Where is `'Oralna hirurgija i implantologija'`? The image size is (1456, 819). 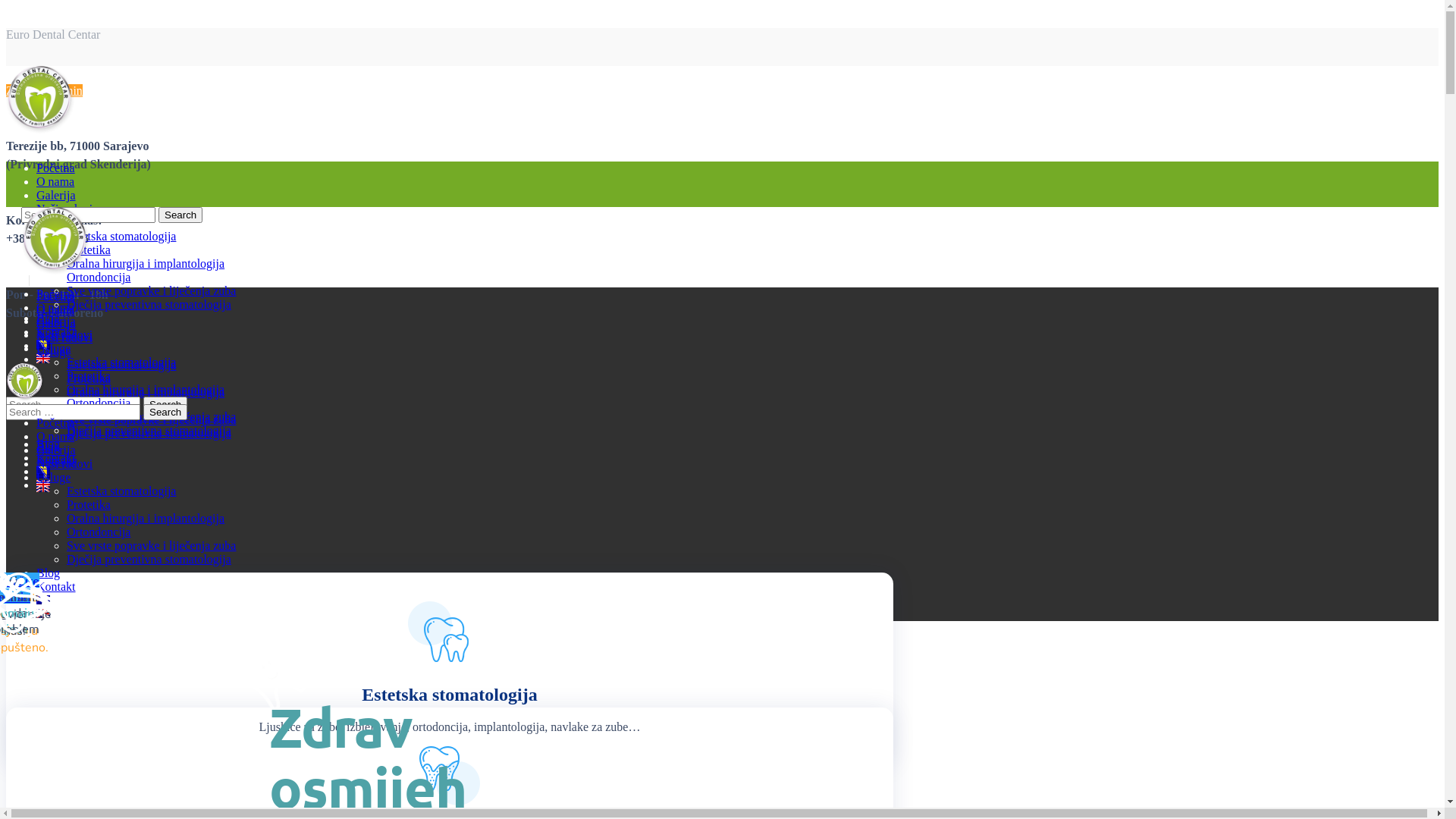
'Oralna hirurgija i implantologija' is located at coordinates (65, 517).